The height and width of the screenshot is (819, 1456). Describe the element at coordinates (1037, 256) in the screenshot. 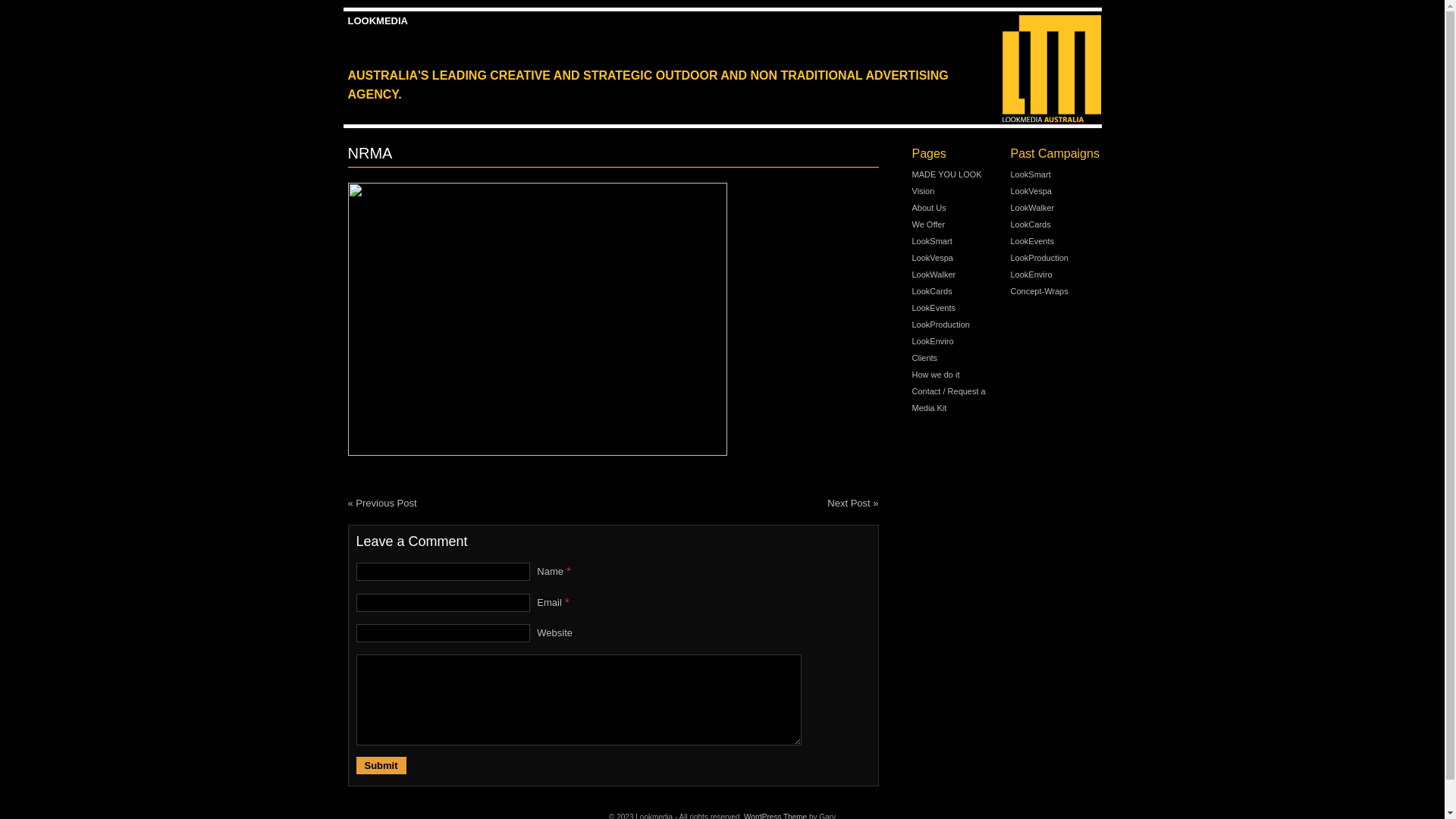

I see `'LookProduction'` at that location.